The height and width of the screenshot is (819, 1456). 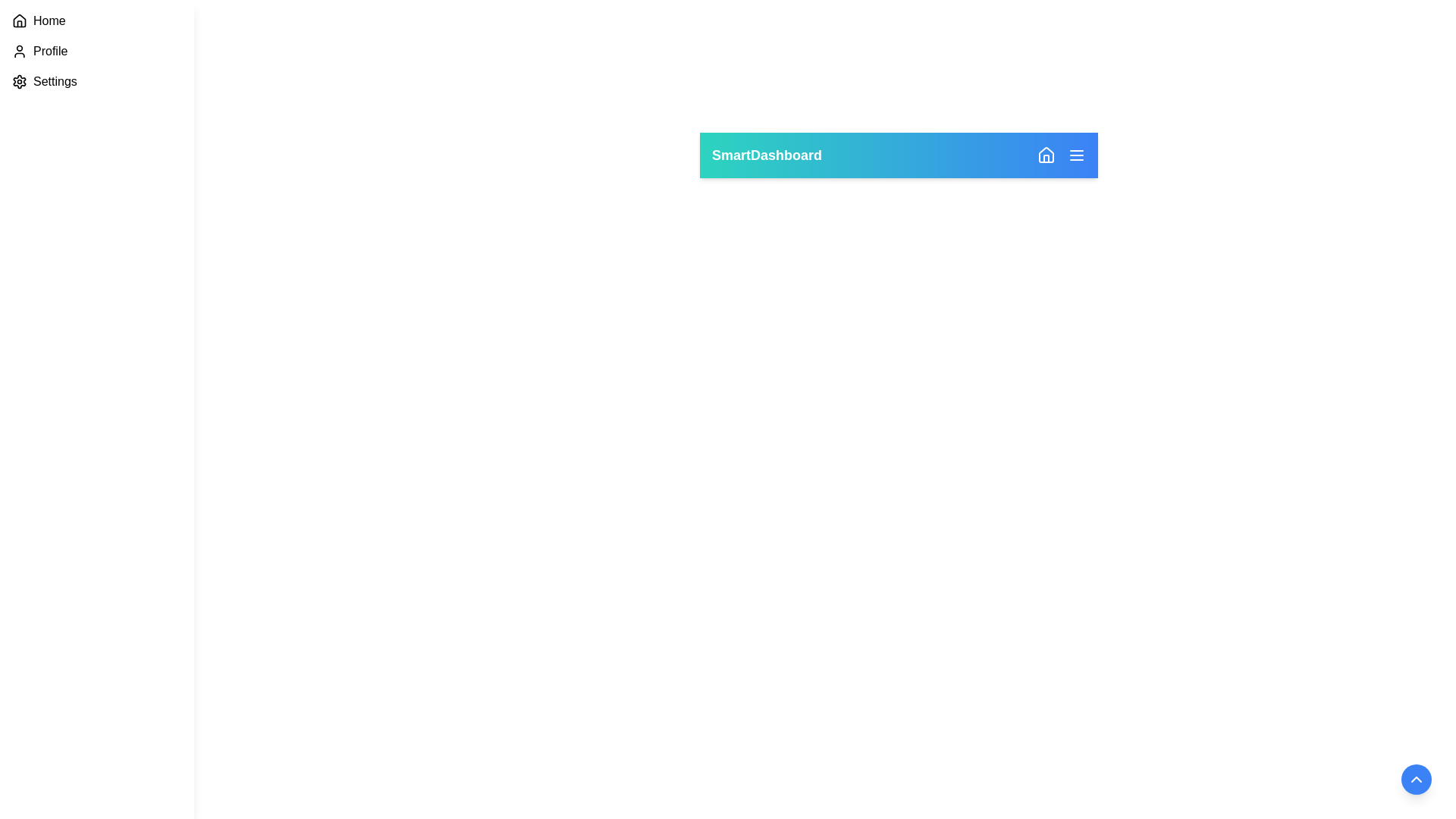 I want to click on the house icon button in the header area, so click(x=1046, y=155).